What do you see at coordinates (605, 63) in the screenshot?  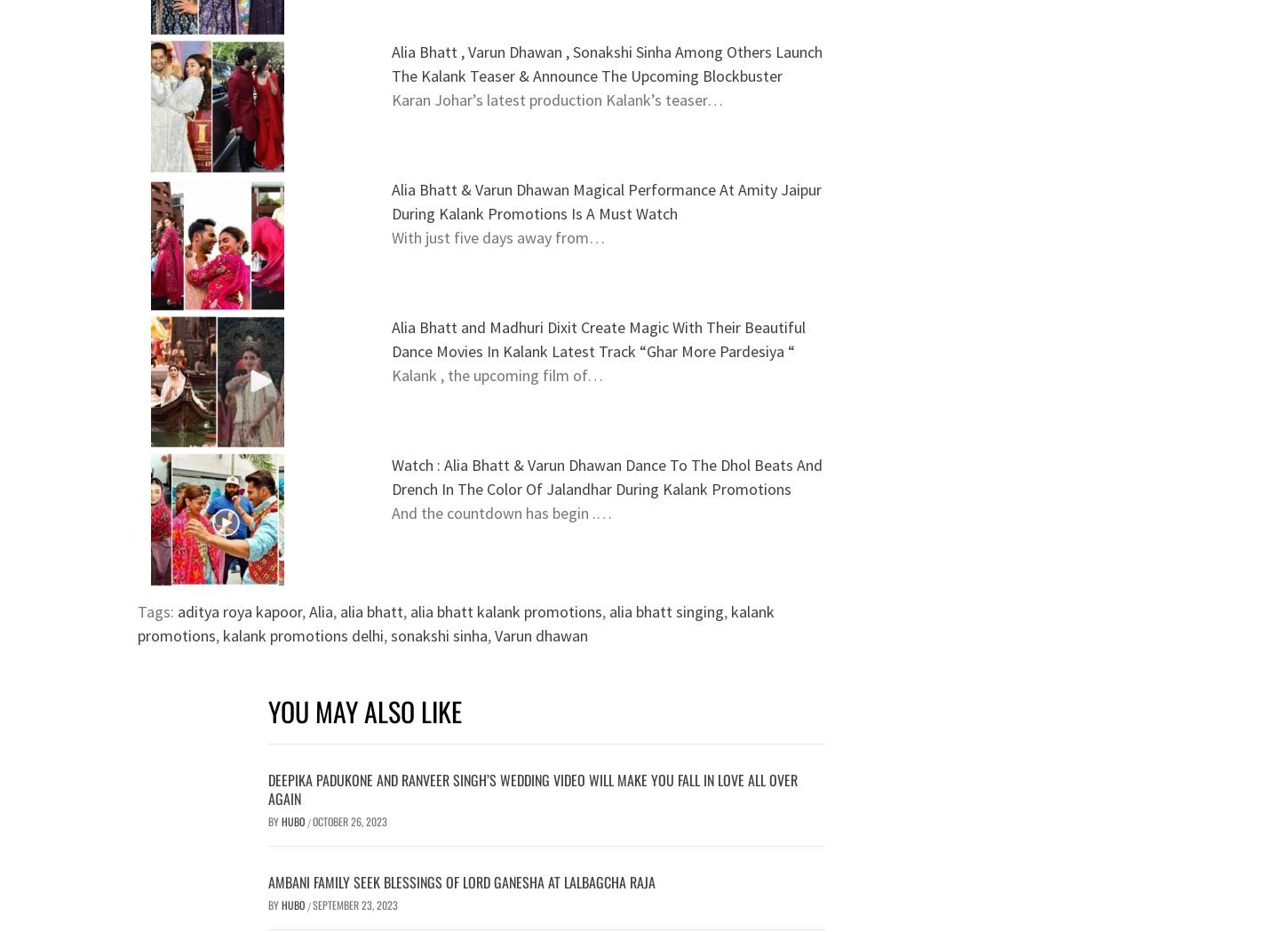 I see `'Alia Bhatt , Varun Dhawan , Sonakshi Sinha Among Others Launch The Kalank Teaser & Announce The Upcoming Blockbuster'` at bounding box center [605, 63].